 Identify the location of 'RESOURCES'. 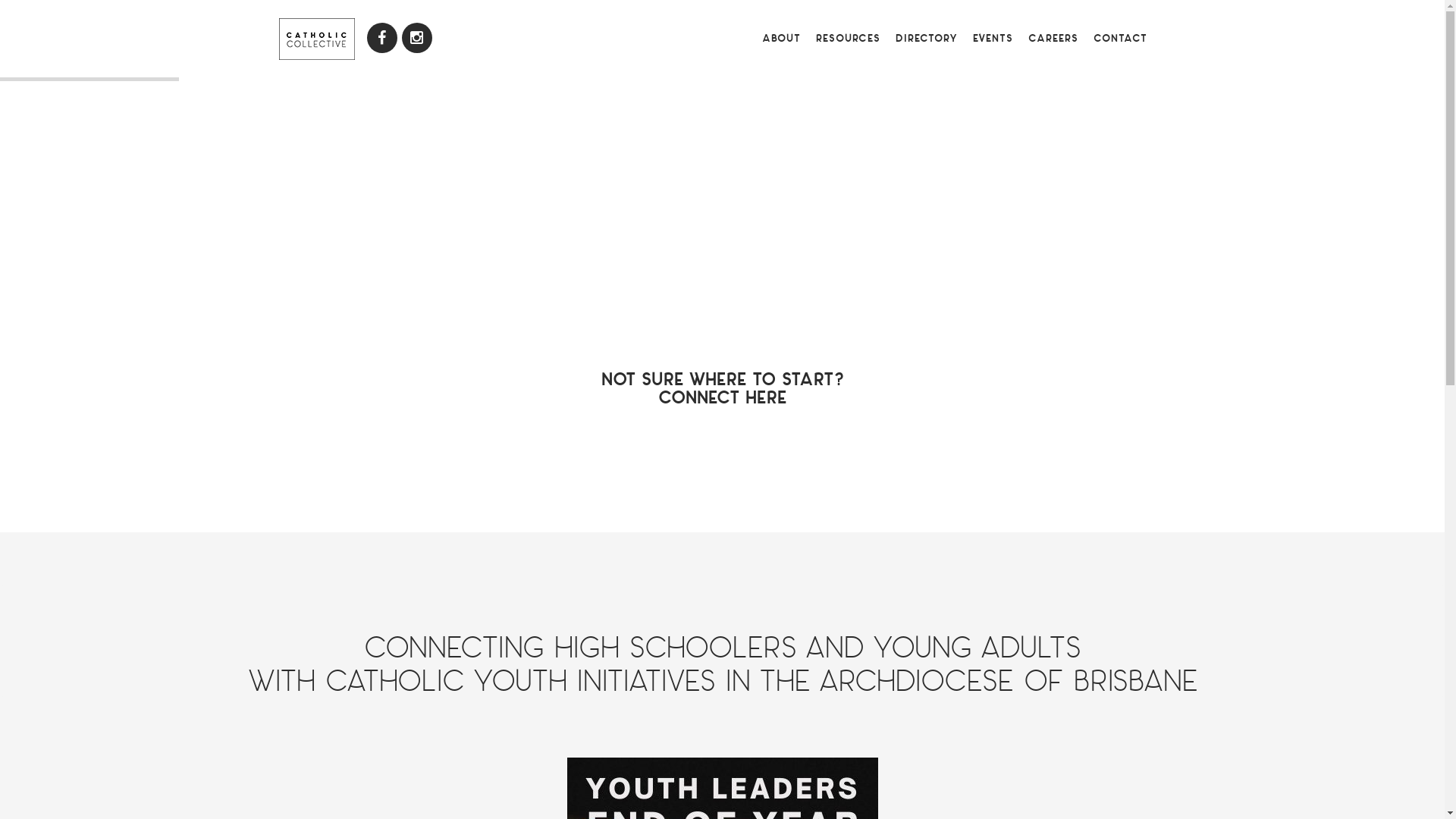
(847, 37).